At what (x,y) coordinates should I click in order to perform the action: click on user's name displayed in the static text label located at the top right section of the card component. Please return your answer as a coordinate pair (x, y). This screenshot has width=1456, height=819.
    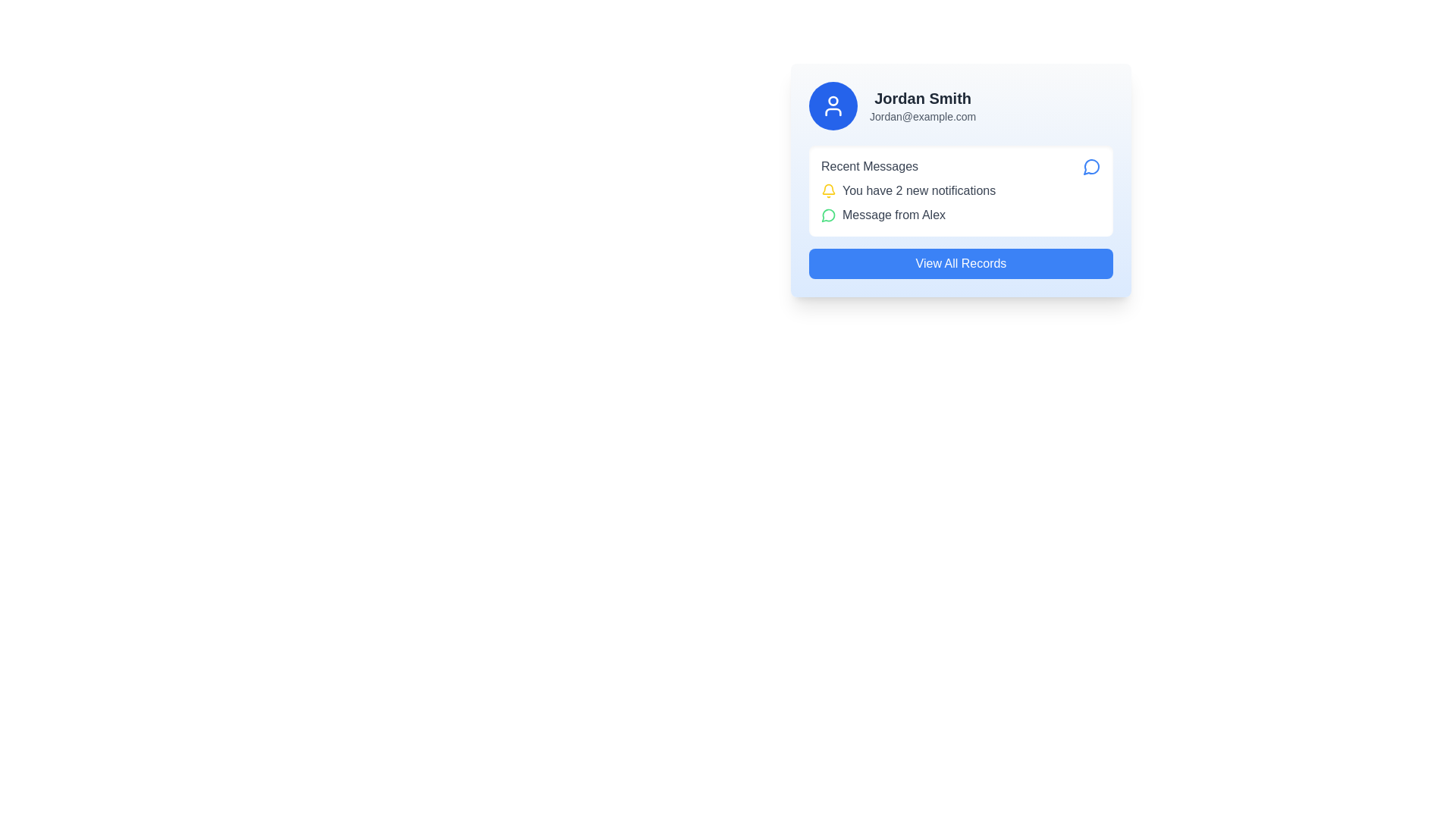
    Looking at the image, I should click on (922, 99).